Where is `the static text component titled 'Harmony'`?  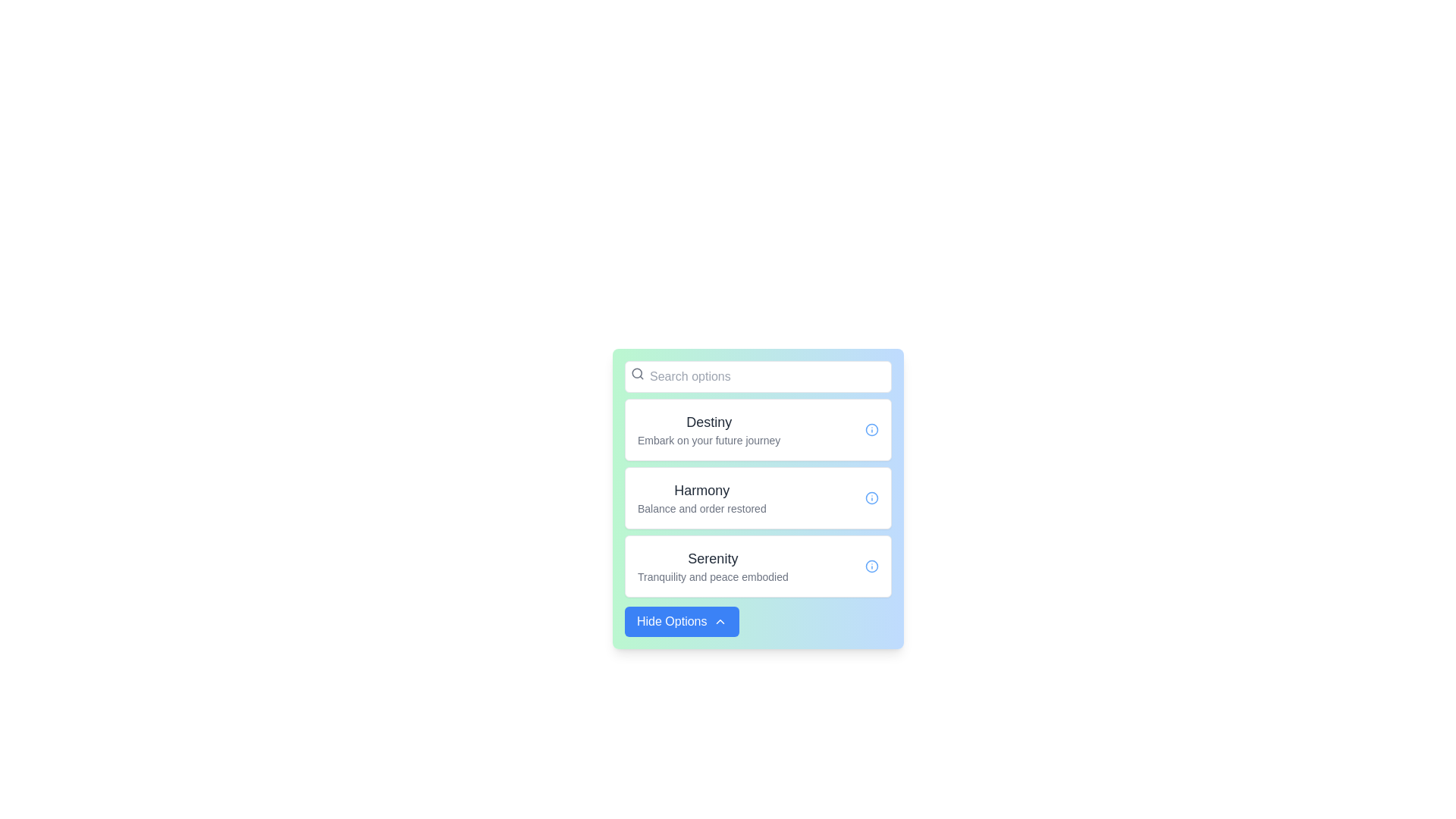 the static text component titled 'Harmony' is located at coordinates (701, 497).